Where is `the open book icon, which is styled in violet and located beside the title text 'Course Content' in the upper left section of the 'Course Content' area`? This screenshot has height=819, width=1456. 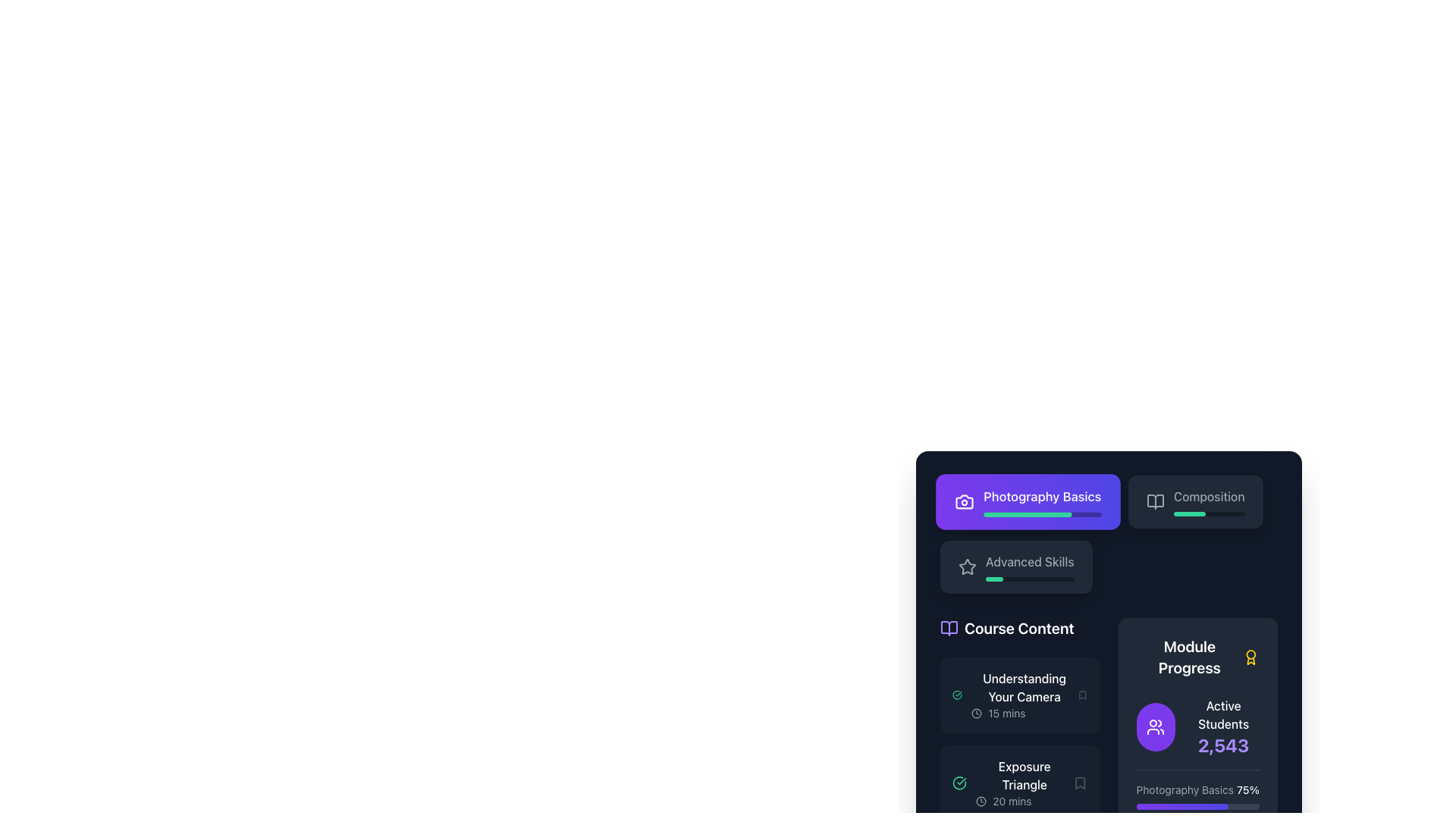 the open book icon, which is styled in violet and located beside the title text 'Course Content' in the upper left section of the 'Course Content' area is located at coordinates (949, 629).